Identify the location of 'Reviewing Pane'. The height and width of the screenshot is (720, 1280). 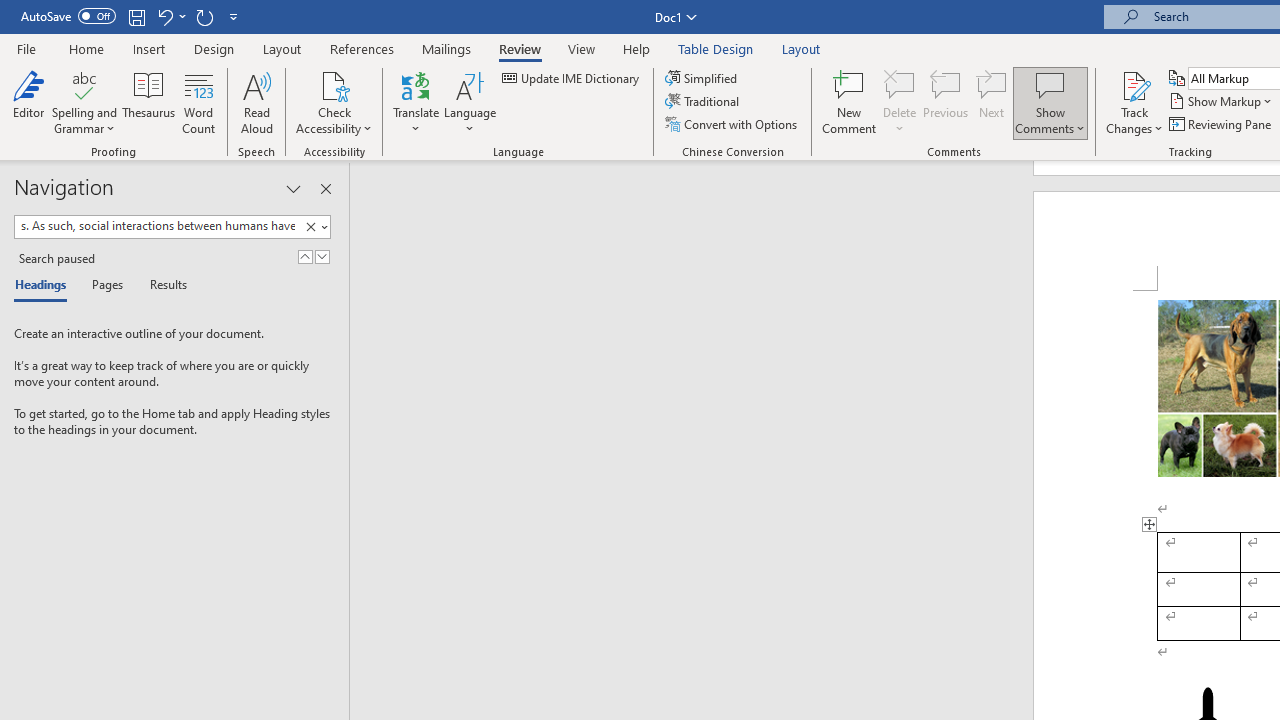
(1220, 124).